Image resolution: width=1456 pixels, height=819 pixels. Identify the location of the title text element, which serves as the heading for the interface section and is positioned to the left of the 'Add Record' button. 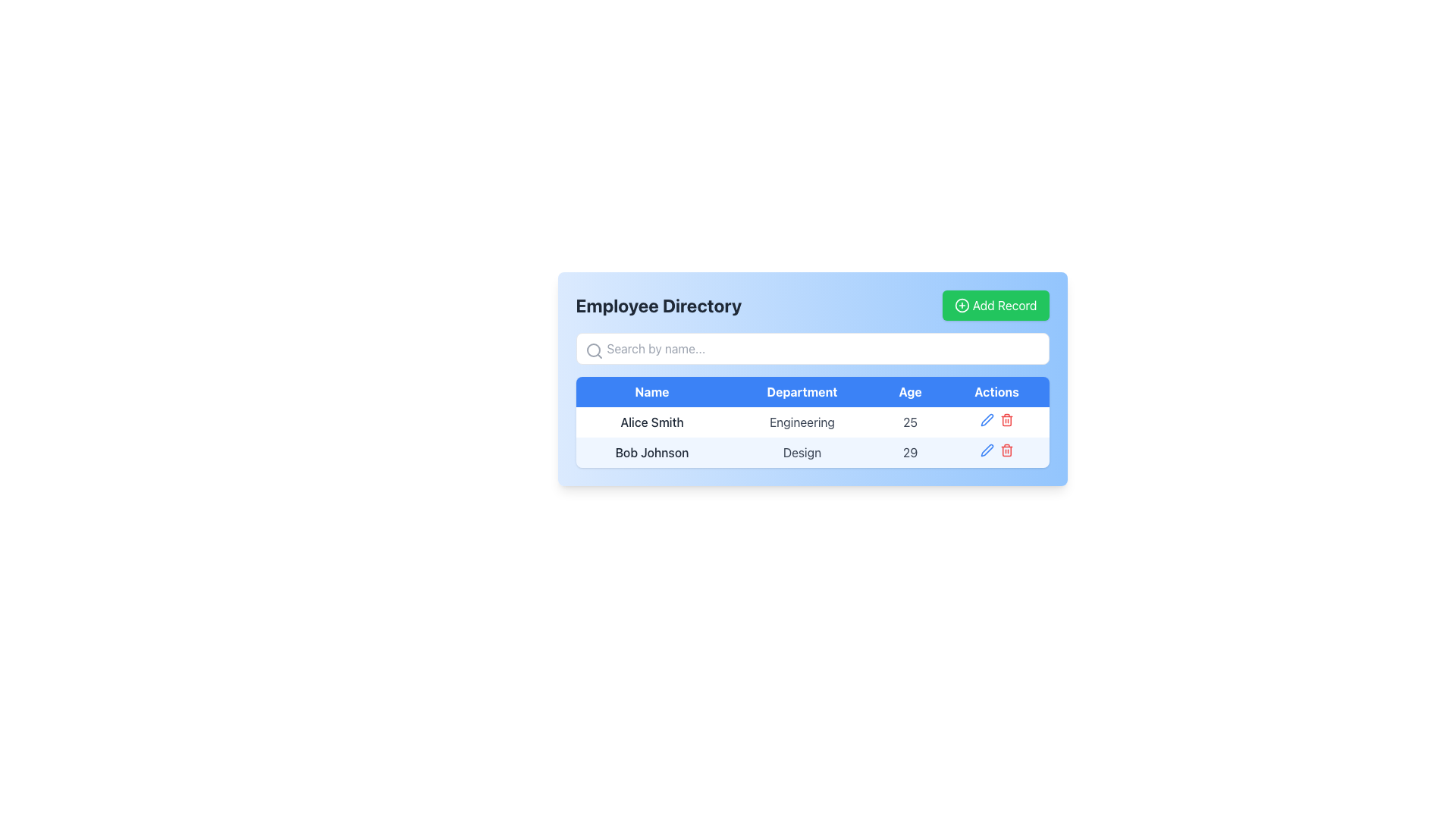
(658, 305).